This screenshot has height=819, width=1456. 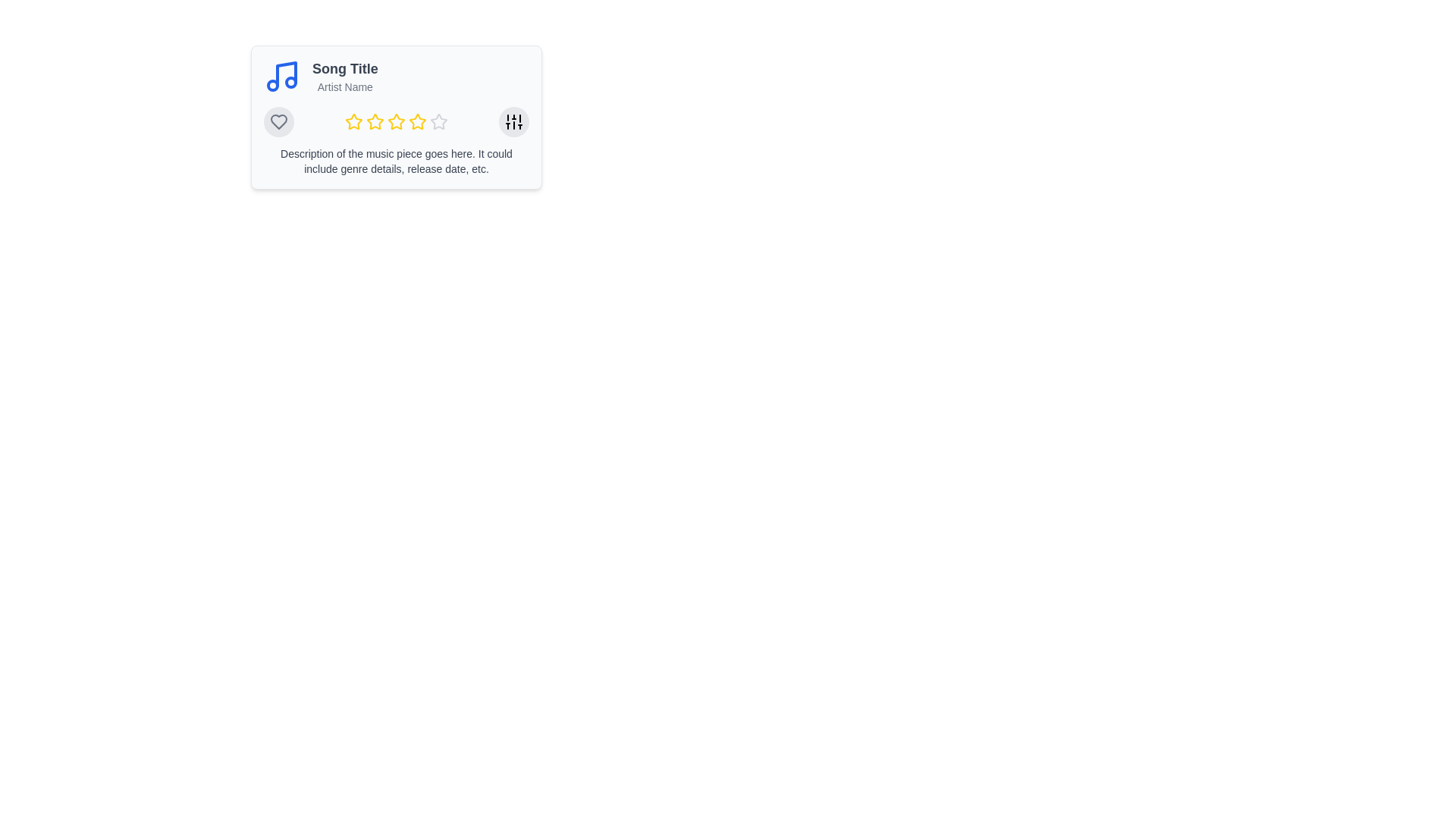 What do you see at coordinates (273, 85) in the screenshot?
I see `the Decorative SVG circle within the music note icon, located at the top-left corner of the card interface` at bounding box center [273, 85].